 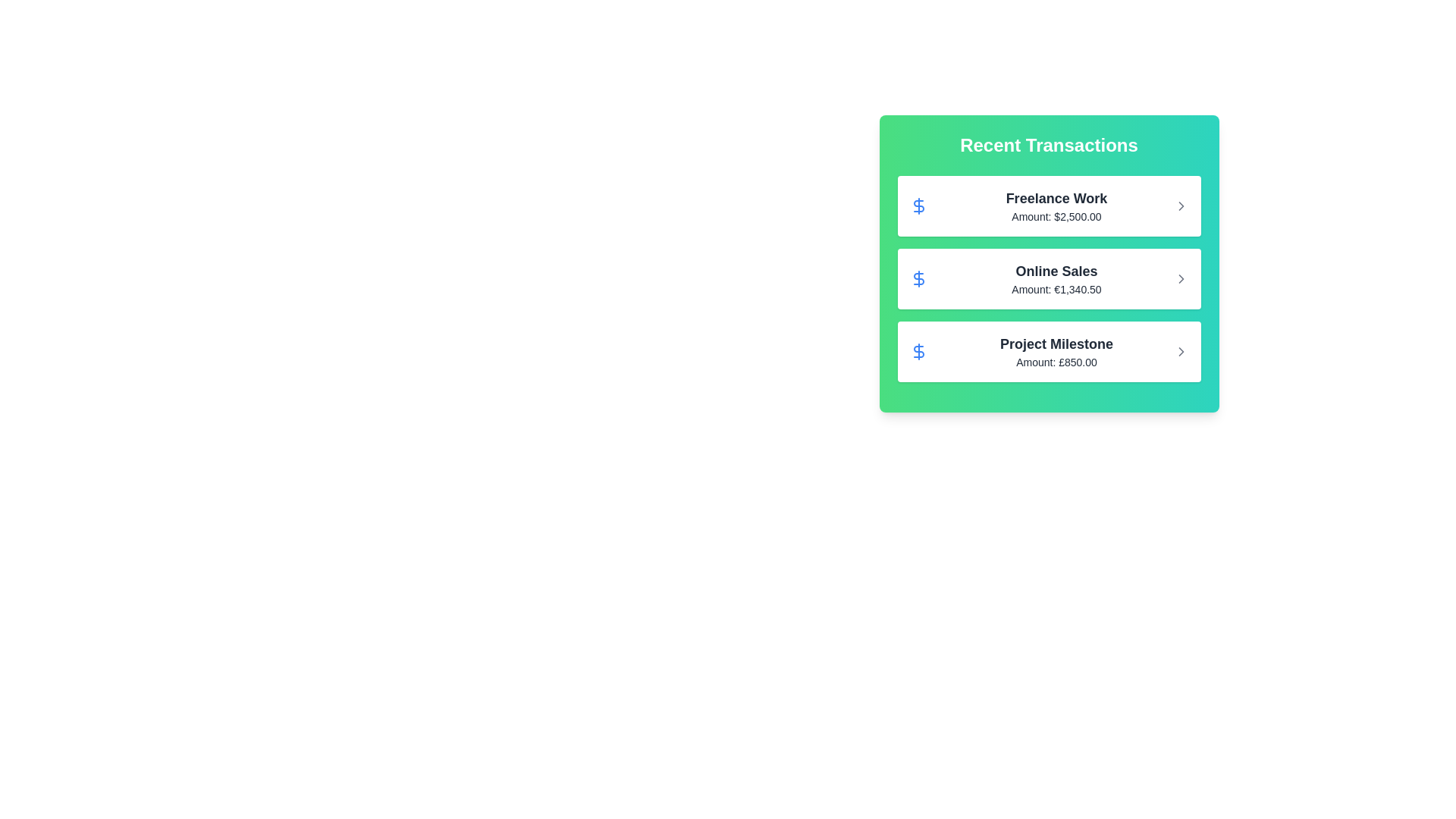 What do you see at coordinates (1056, 198) in the screenshot?
I see `the static text label displaying 'Freelance Work' located at the top of the list under 'Recent Transactions'` at bounding box center [1056, 198].